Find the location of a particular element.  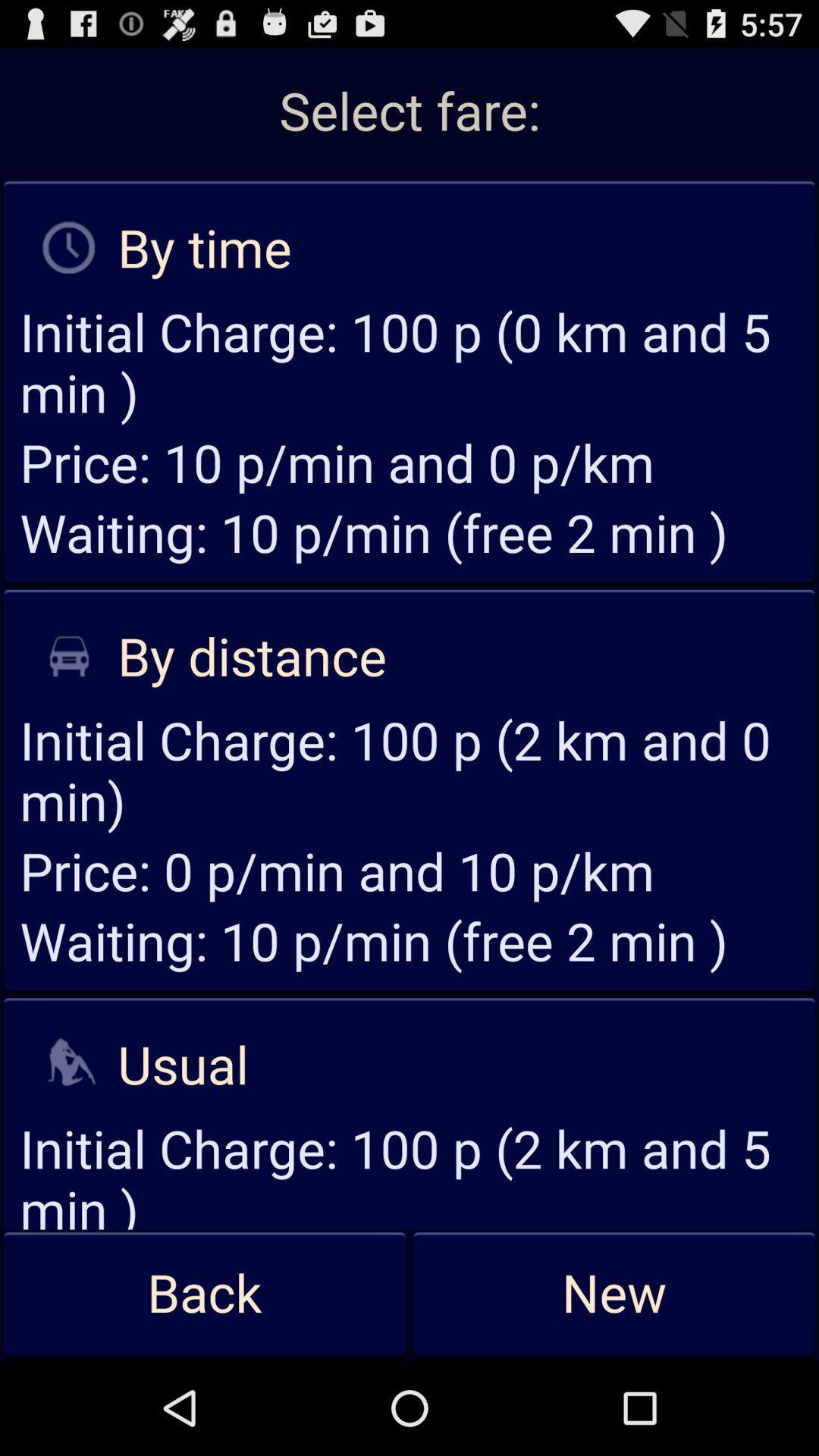

the back icon is located at coordinates (205, 1294).